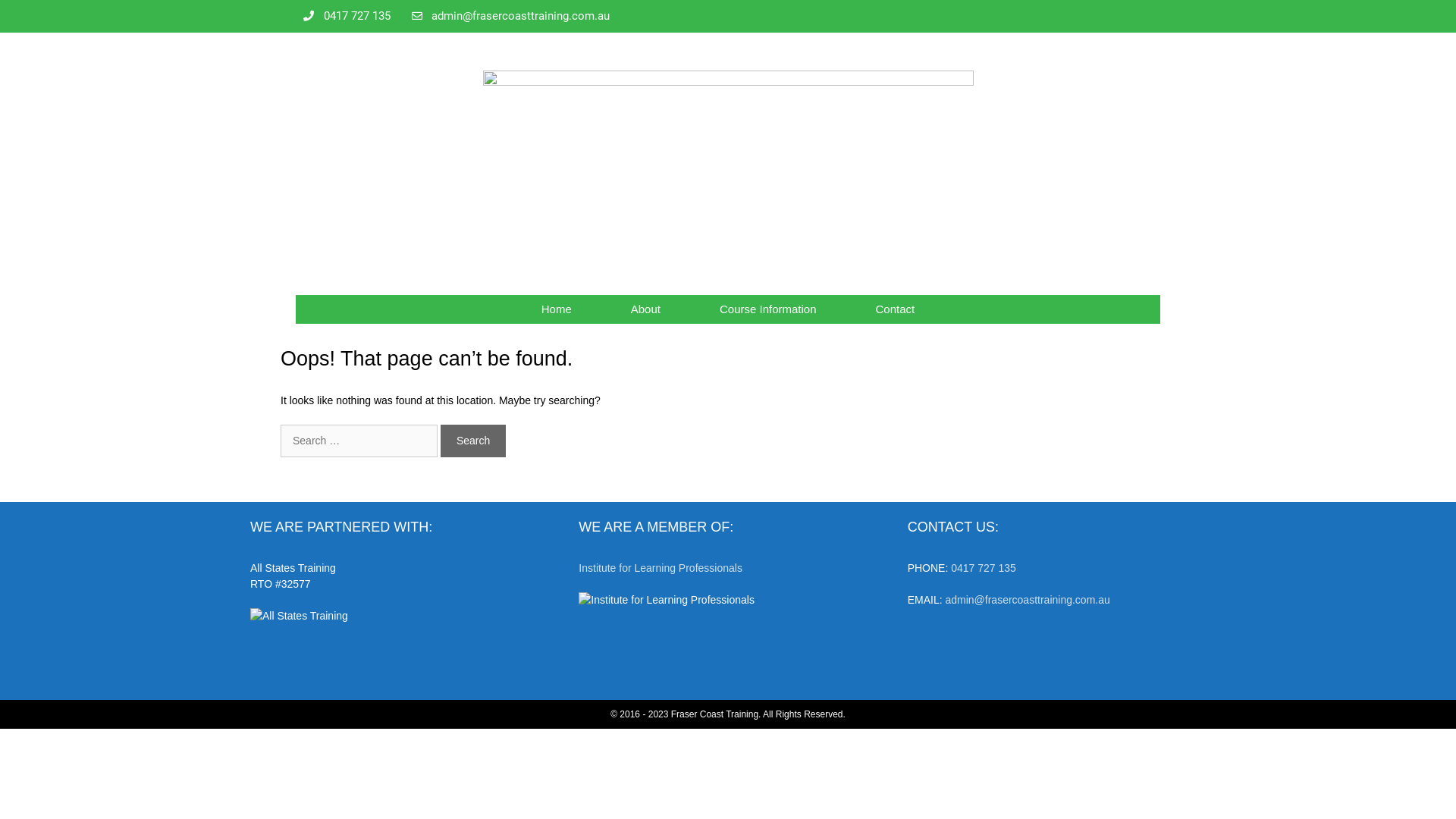 This screenshot has width=1456, height=819. I want to click on 'About', so click(645, 309).